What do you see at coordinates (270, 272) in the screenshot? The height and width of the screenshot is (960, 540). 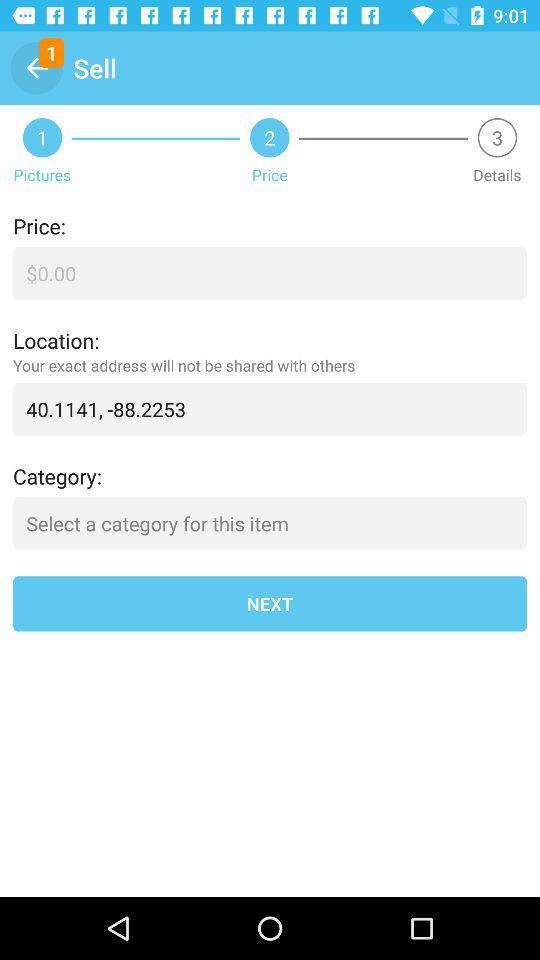 I see `price` at bounding box center [270, 272].